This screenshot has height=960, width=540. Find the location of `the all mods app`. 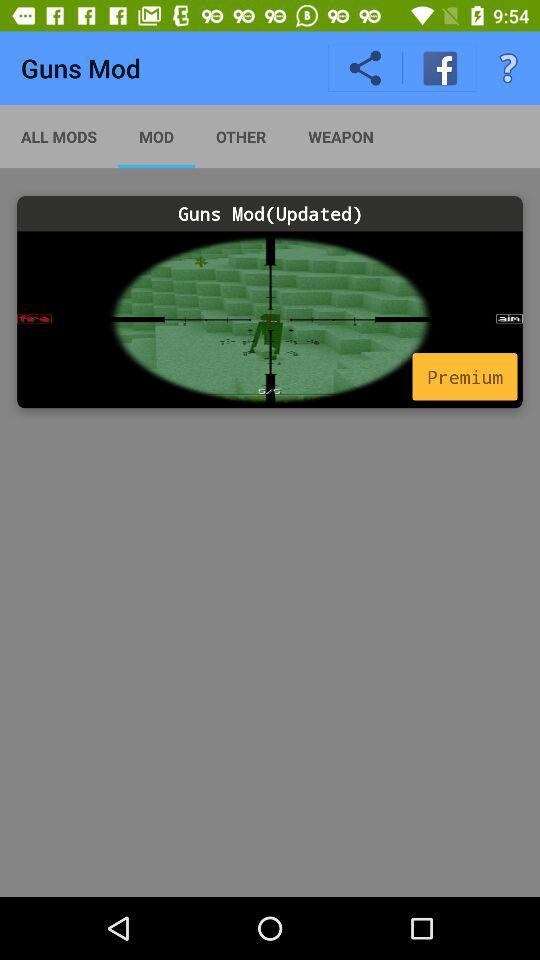

the all mods app is located at coordinates (59, 135).